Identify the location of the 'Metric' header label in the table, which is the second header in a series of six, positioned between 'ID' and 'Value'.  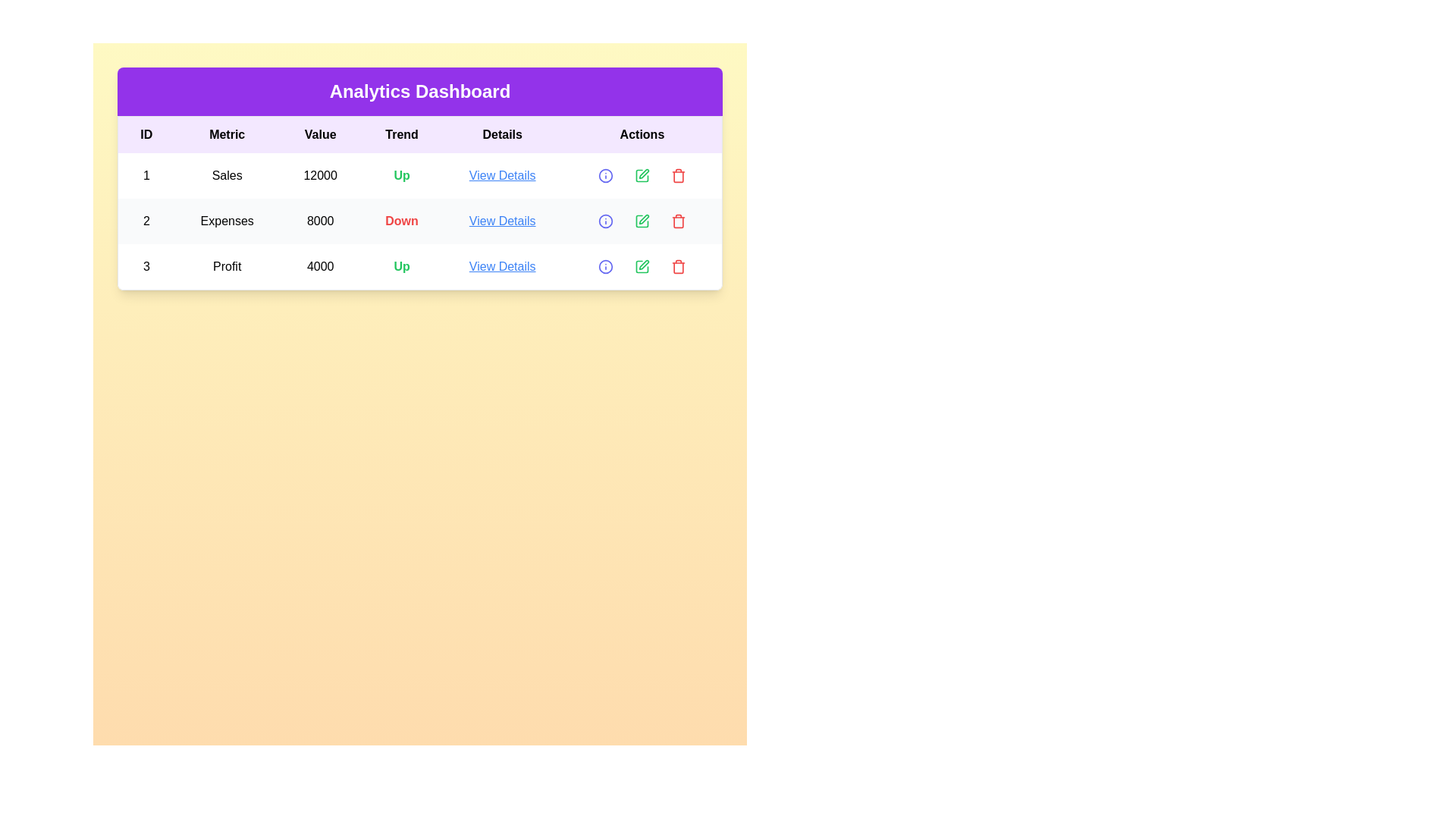
(226, 133).